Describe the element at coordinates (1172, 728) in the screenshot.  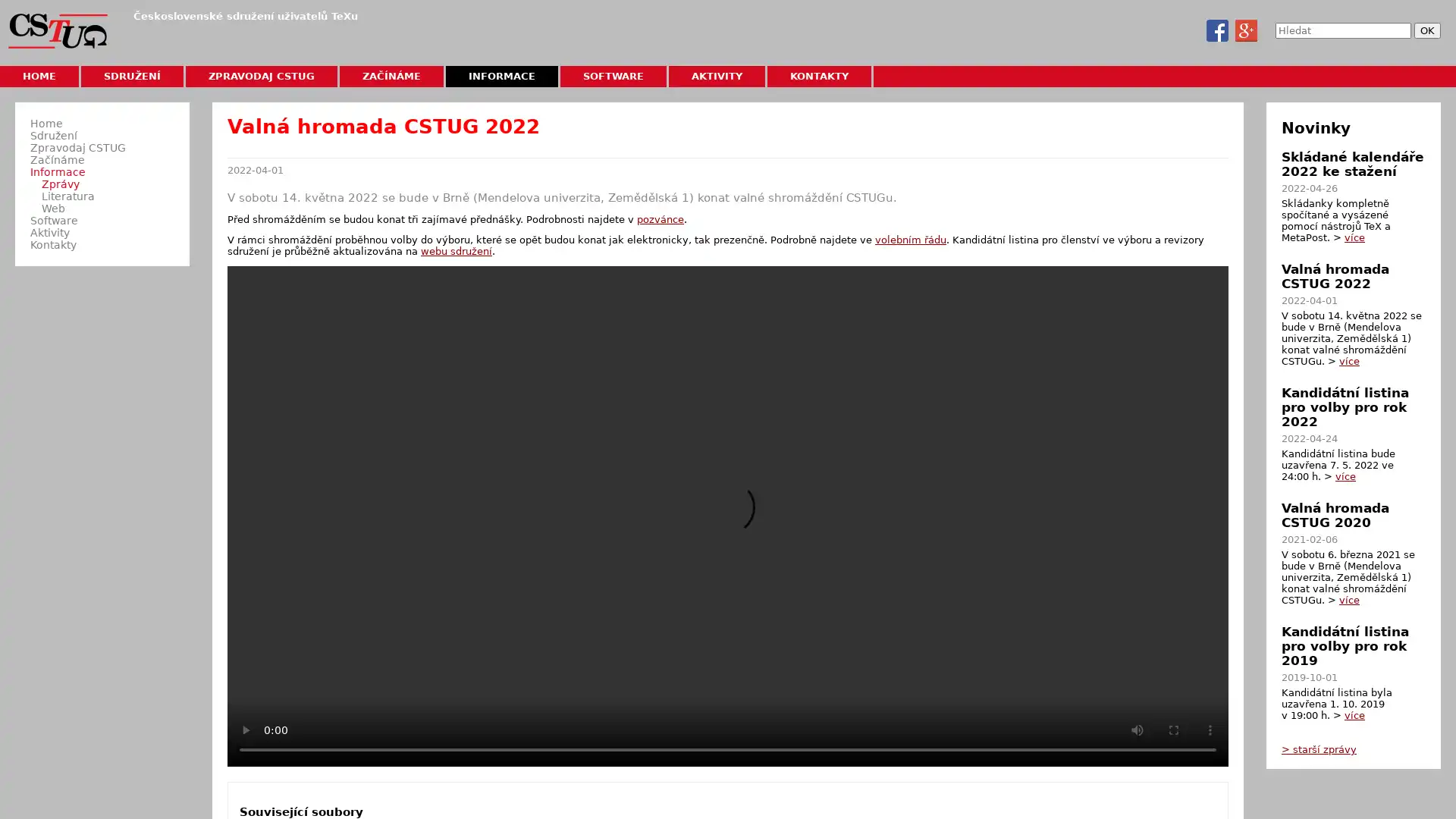
I see `enter full screen` at that location.